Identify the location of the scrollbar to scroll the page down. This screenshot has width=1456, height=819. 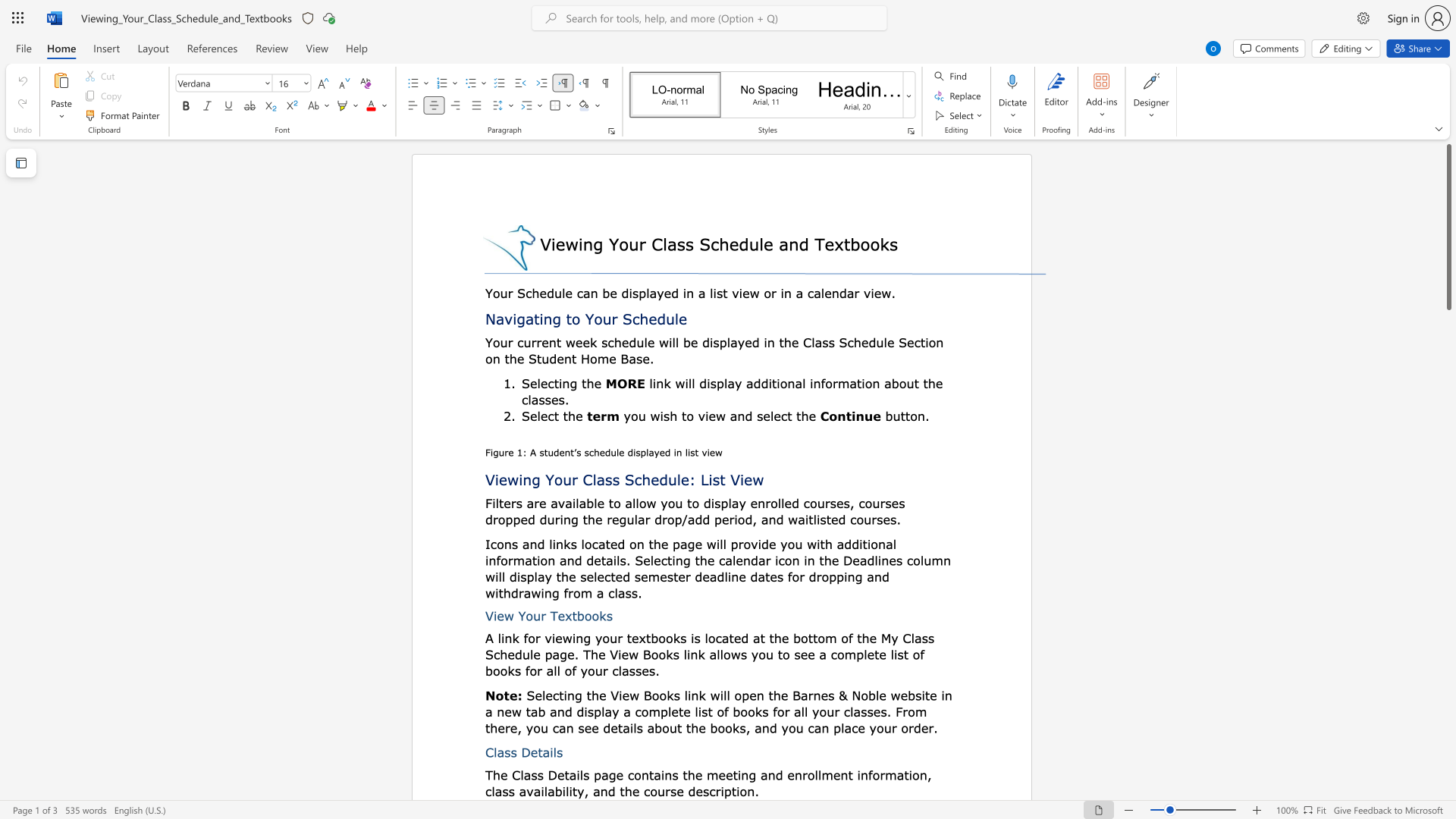
(1448, 325).